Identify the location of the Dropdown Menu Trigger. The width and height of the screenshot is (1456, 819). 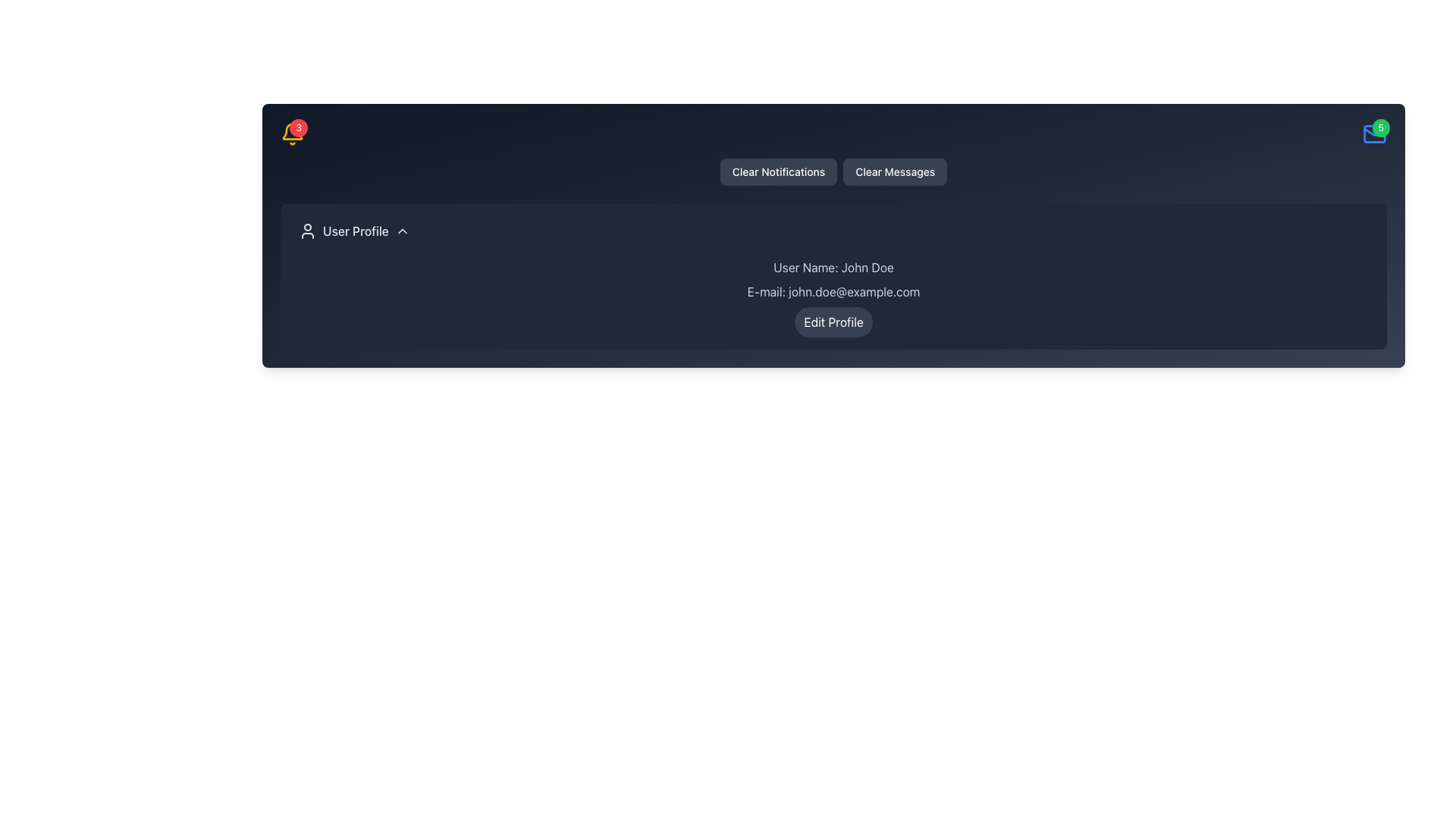
(833, 231).